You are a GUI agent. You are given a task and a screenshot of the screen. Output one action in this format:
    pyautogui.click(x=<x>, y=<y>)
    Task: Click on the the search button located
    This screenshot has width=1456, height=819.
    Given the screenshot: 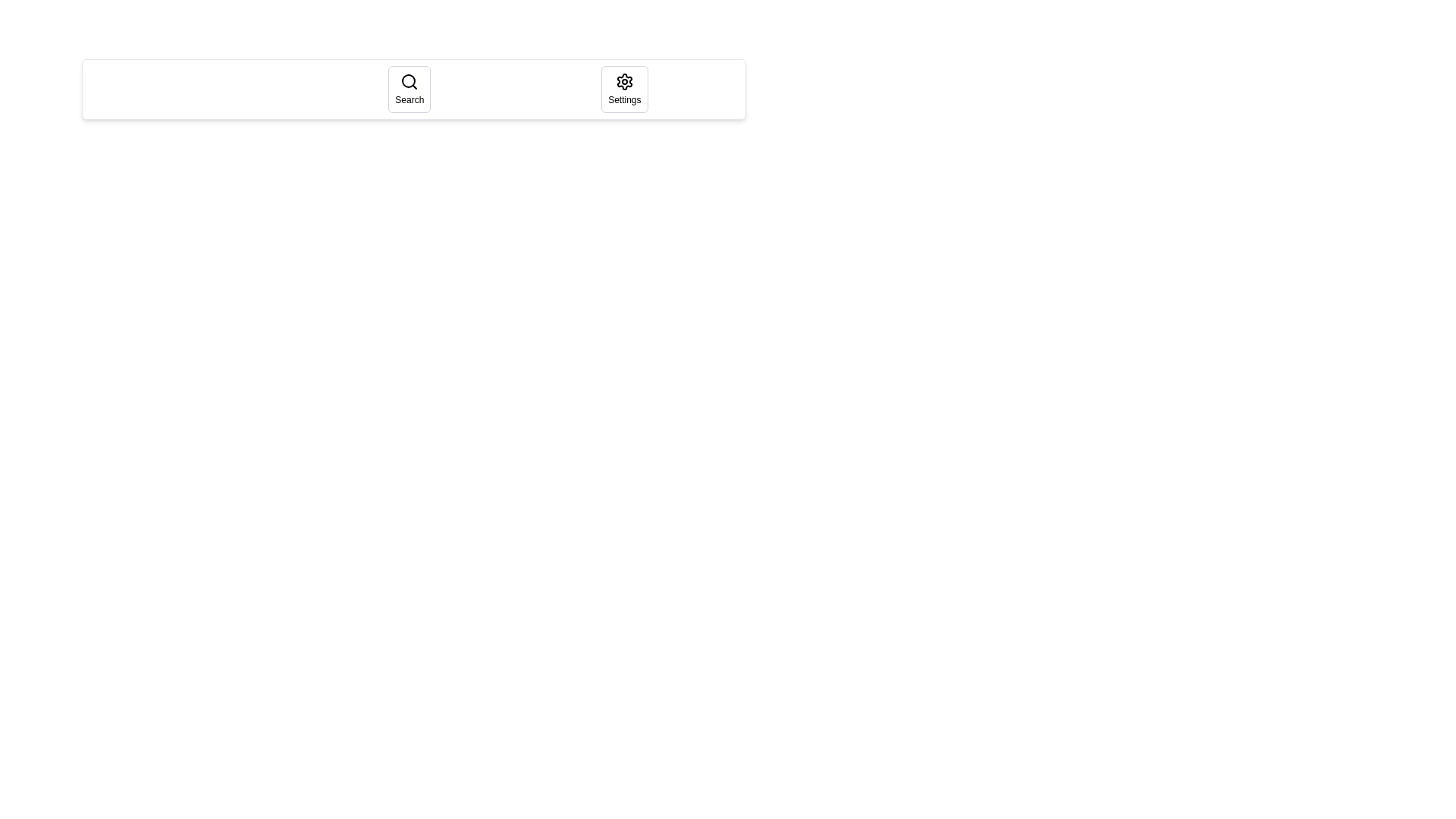 What is the action you would take?
    pyautogui.click(x=409, y=89)
    